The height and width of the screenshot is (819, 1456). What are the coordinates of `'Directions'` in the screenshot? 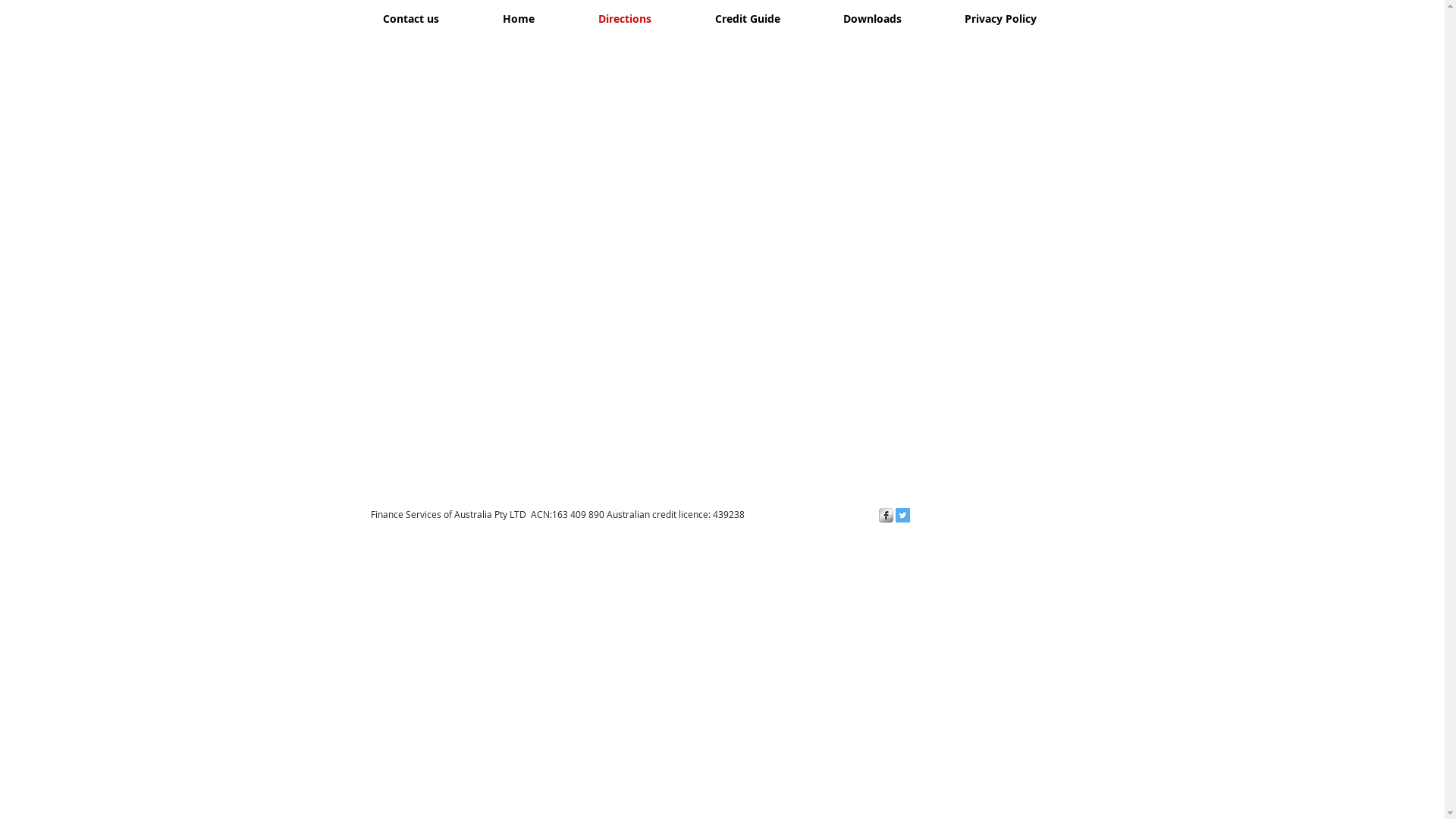 It's located at (564, 18).